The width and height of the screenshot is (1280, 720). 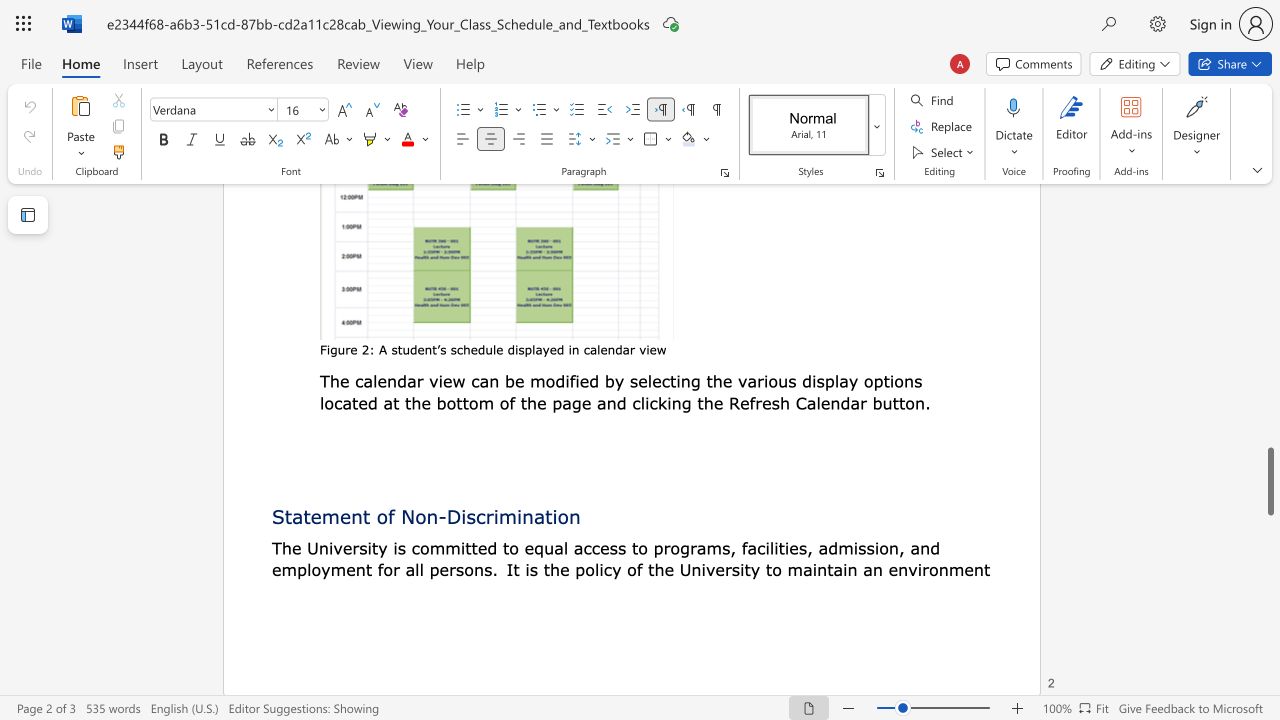 I want to click on the scrollbar to move the view up, so click(x=1269, y=390).